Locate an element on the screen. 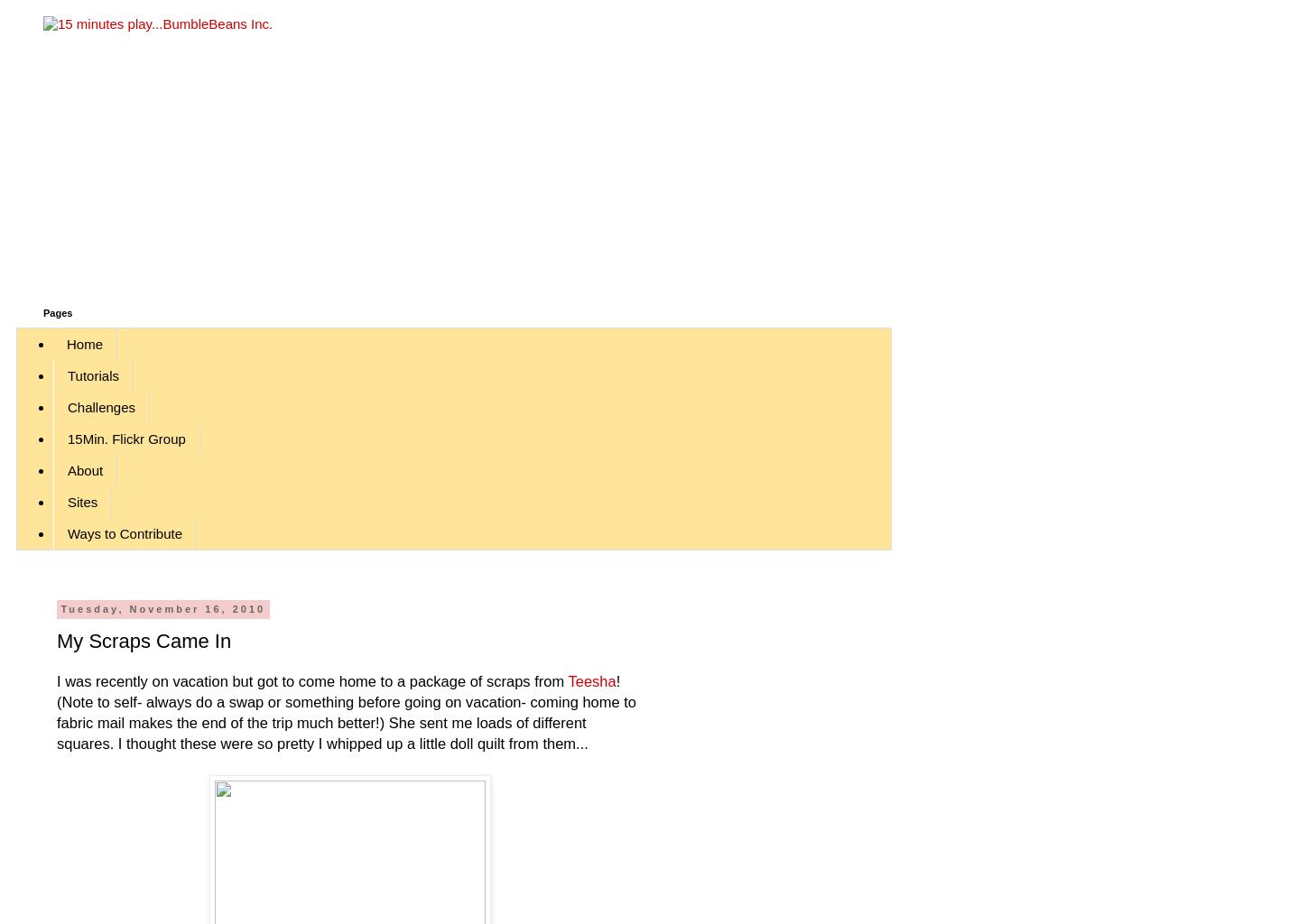 Image resolution: width=1316 pixels, height=924 pixels. 'Pages' is located at coordinates (57, 313).